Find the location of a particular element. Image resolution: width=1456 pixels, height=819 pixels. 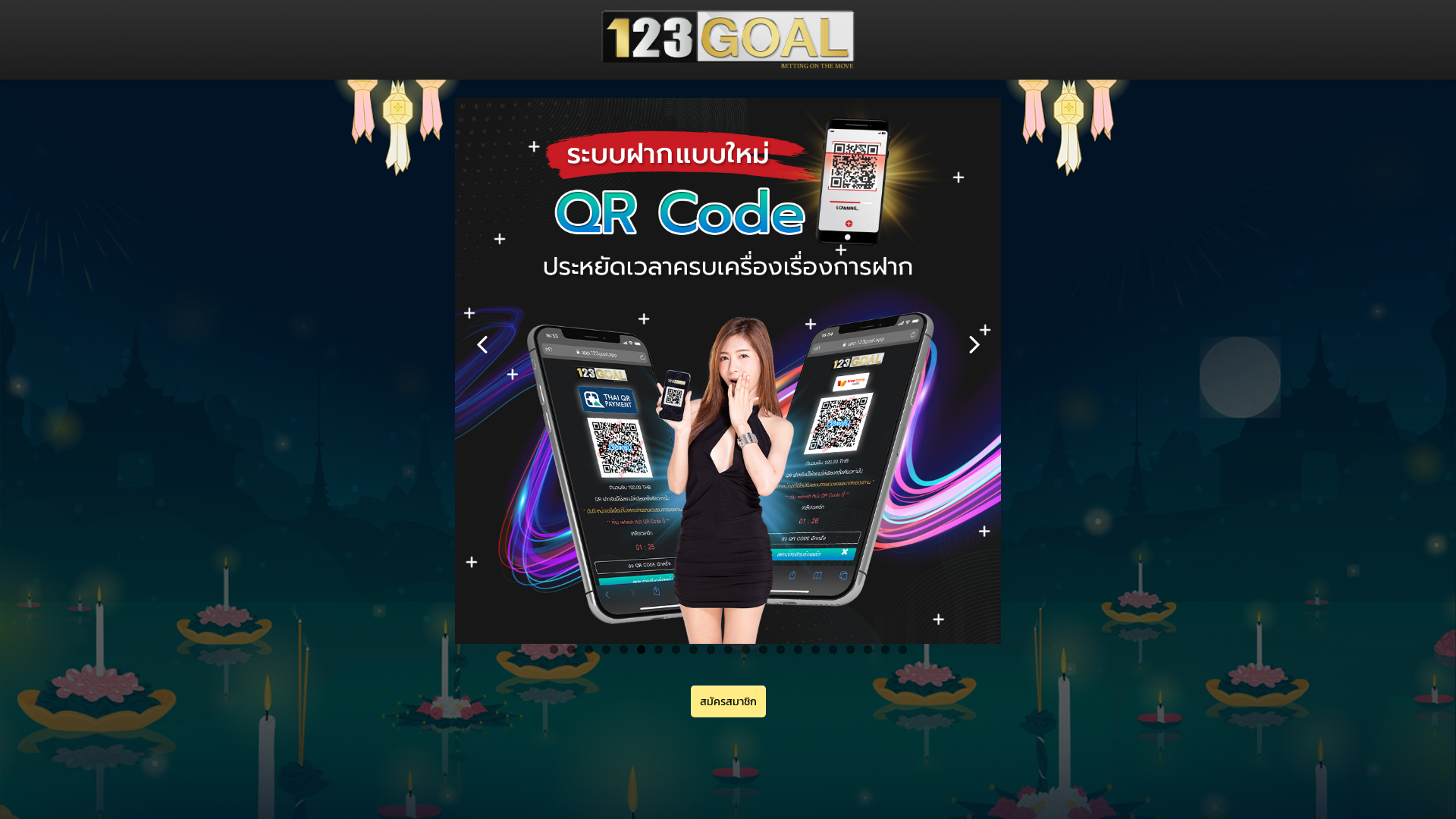

'15' is located at coordinates (796, 648).